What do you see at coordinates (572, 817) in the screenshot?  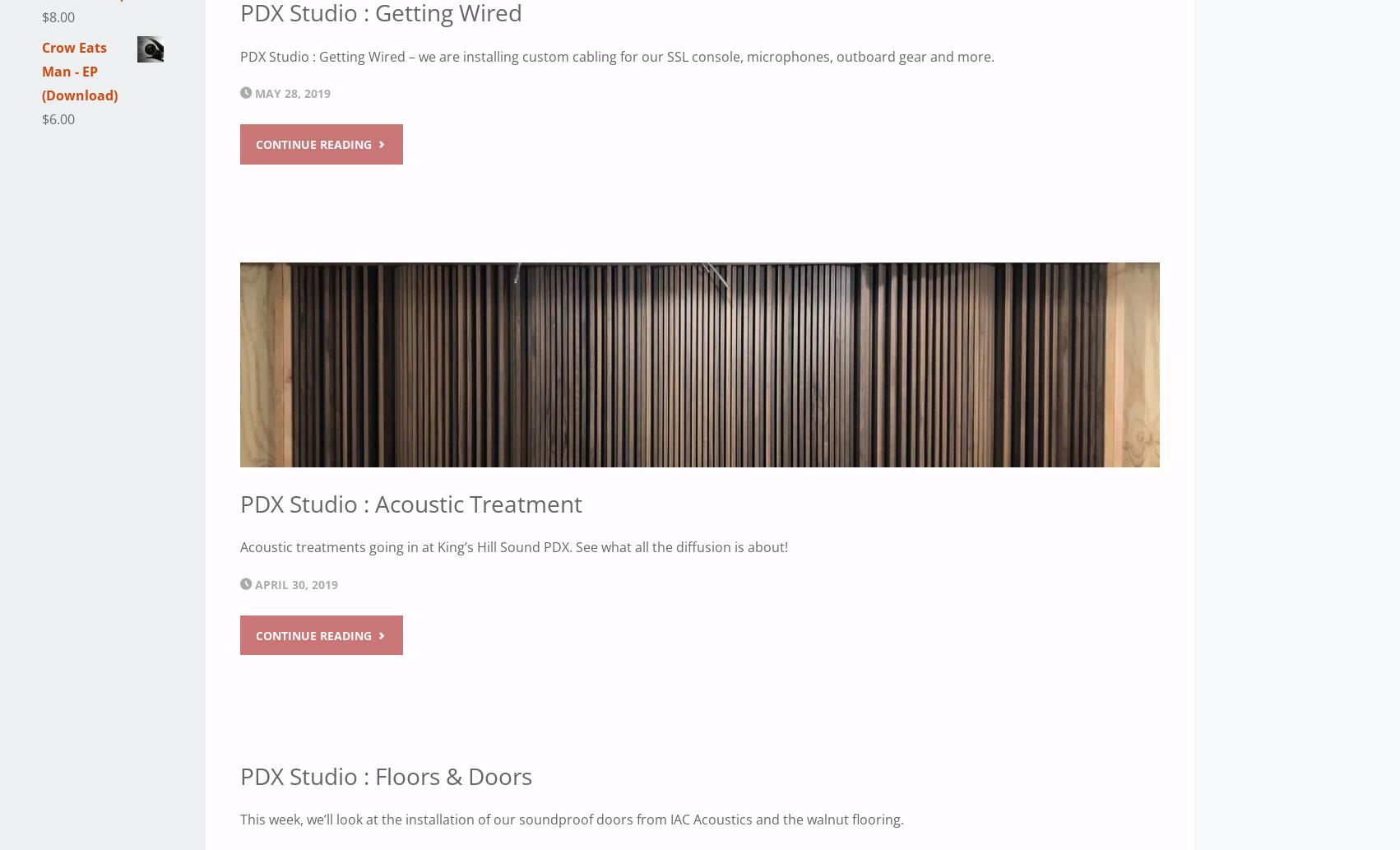 I see `'This week, we’ll look at the installation of our soundproof doors from IAC Acoustics and the walnut flooring.'` at bounding box center [572, 817].